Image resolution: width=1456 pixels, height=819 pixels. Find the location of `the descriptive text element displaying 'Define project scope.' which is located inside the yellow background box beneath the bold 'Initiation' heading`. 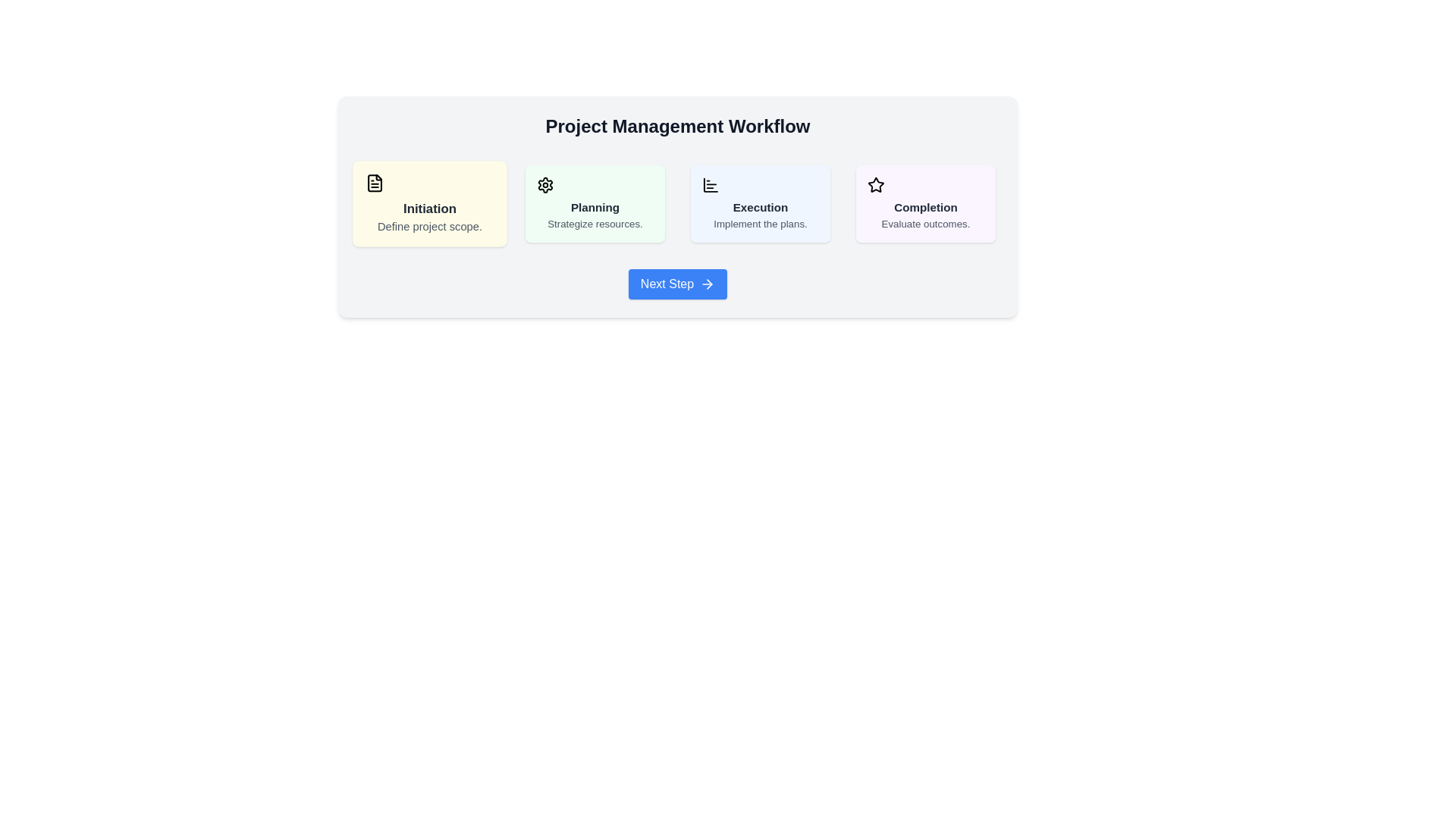

the descriptive text element displaying 'Define project scope.' which is located inside the yellow background box beneath the bold 'Initiation' heading is located at coordinates (428, 225).